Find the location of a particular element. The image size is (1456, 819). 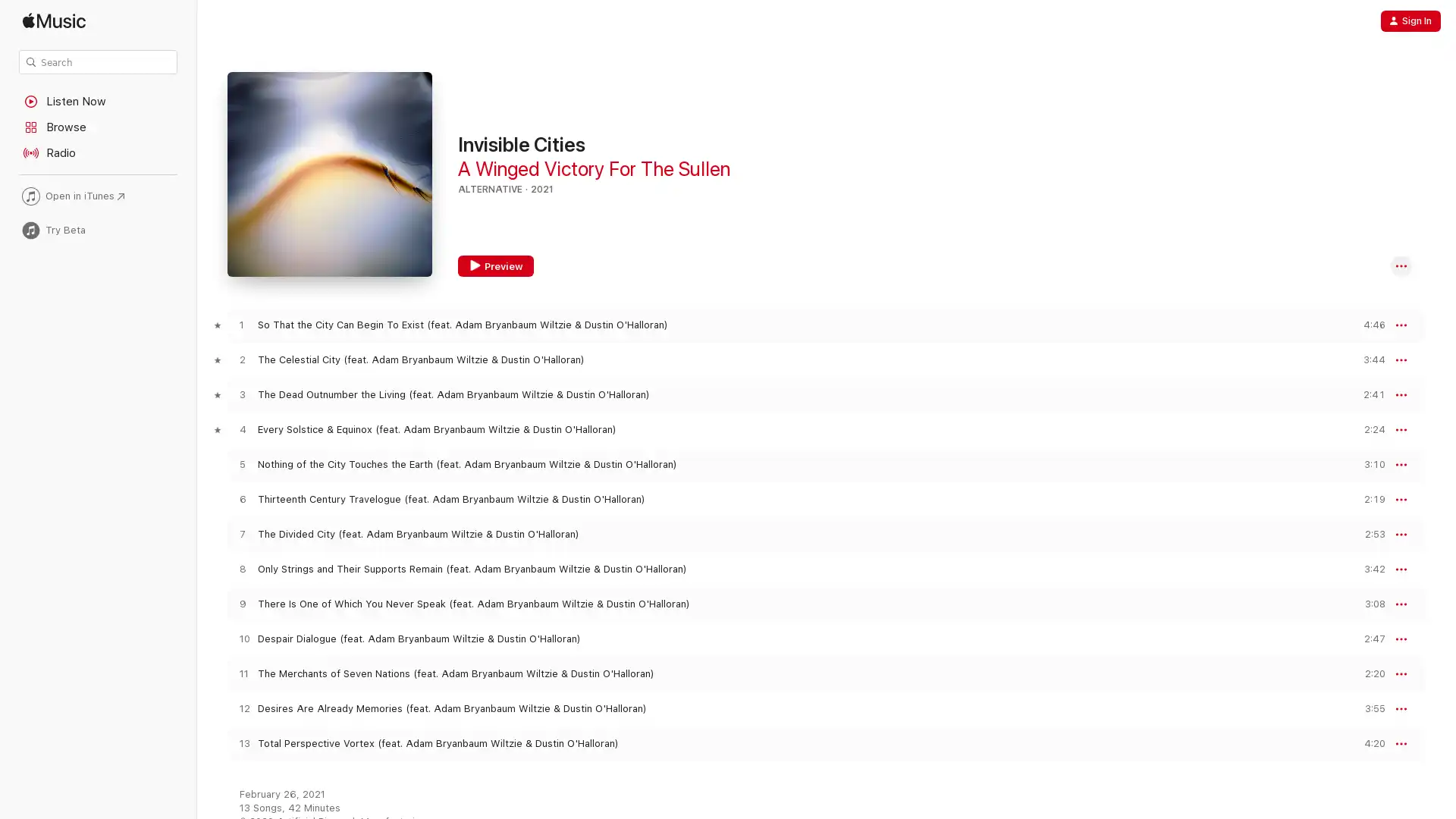

More is located at coordinates (1401, 359).